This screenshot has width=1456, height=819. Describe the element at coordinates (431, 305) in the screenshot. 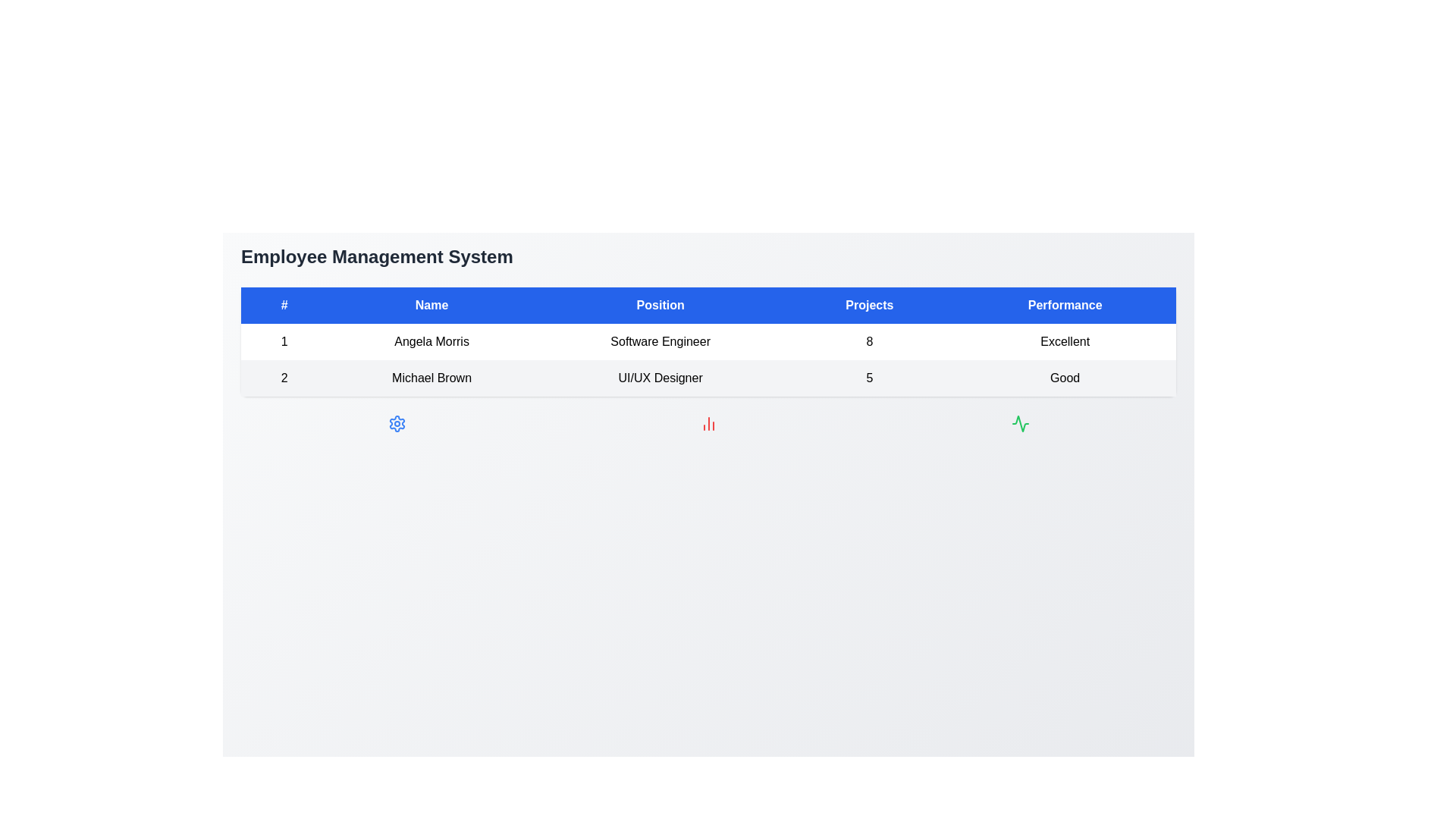

I see `the 'Name' column header in the table, which is the second column header located between the '#' and 'Position' headers` at that location.